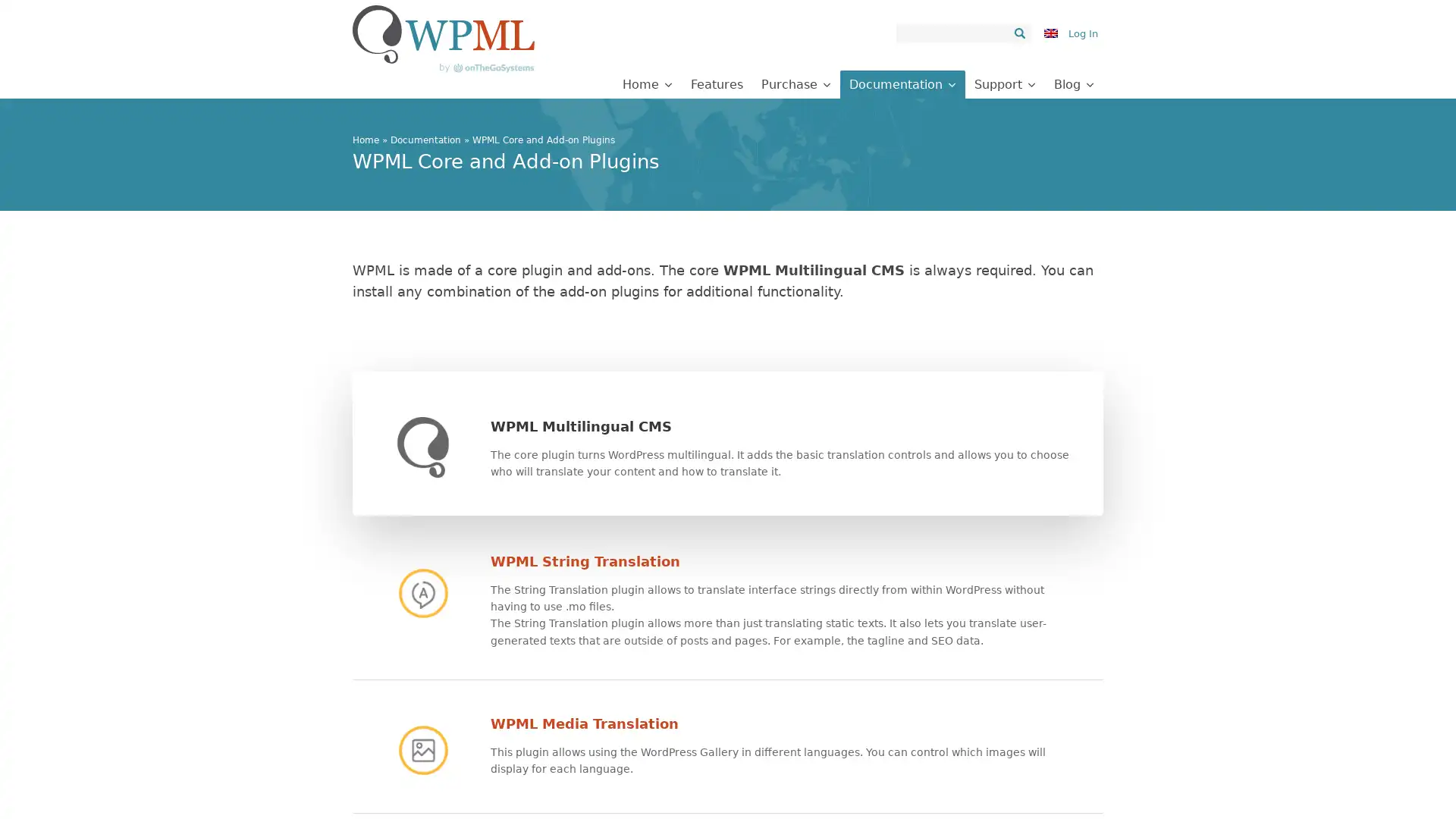  I want to click on Search, so click(1019, 33).